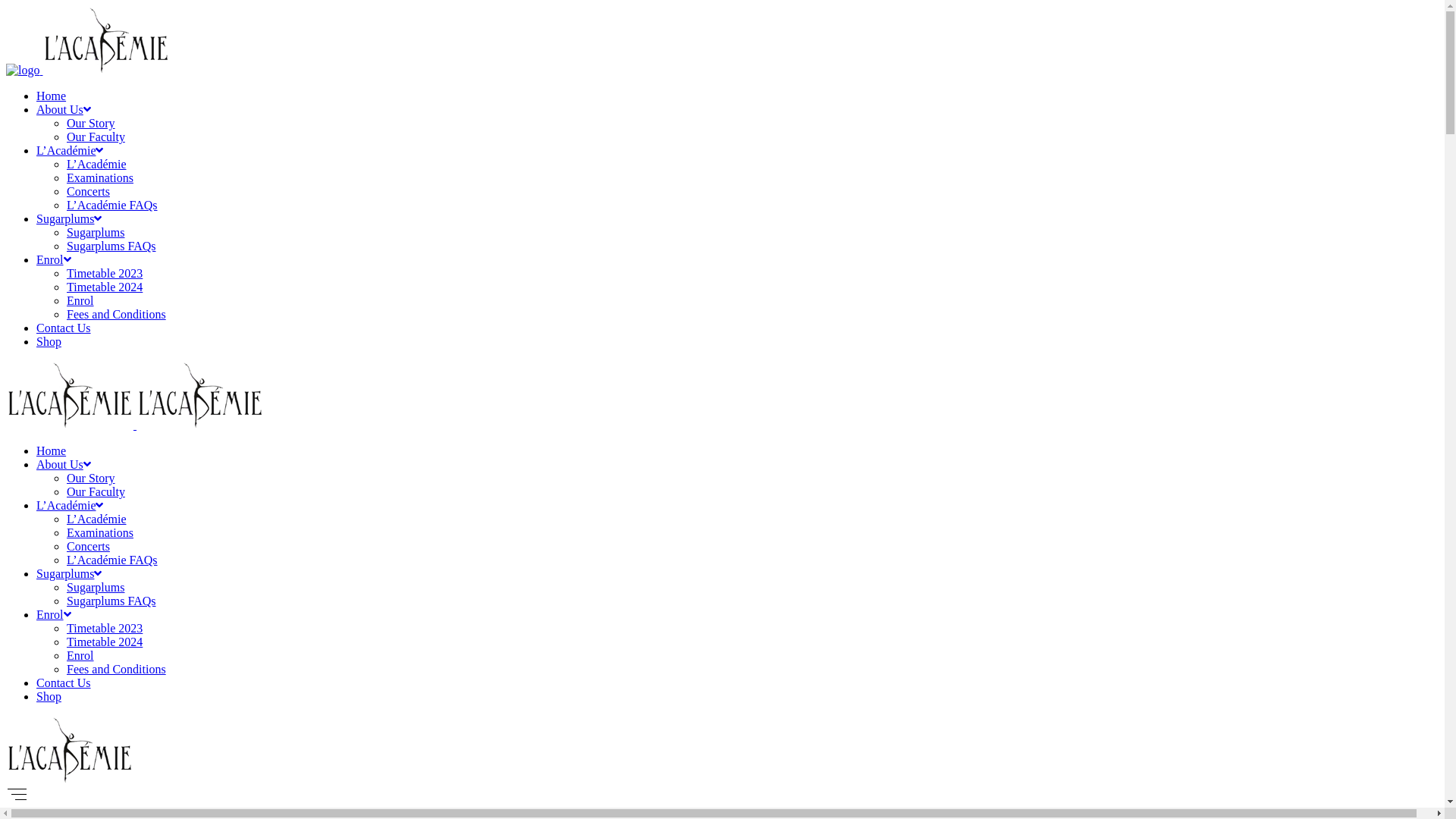 This screenshot has height=819, width=1456. What do you see at coordinates (94, 586) in the screenshot?
I see `'Sugarplums'` at bounding box center [94, 586].